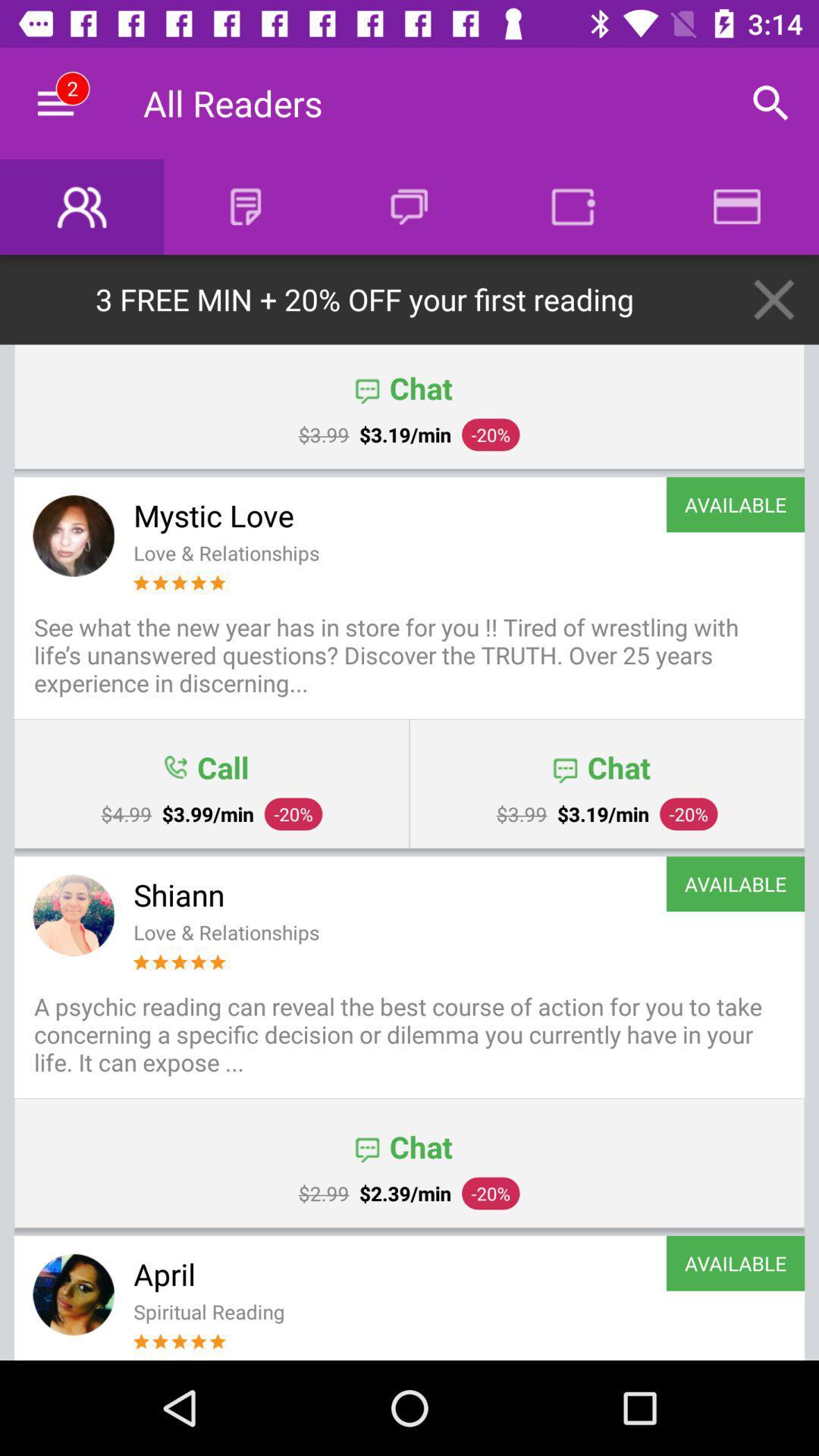 The width and height of the screenshot is (819, 1456). What do you see at coordinates (773, 300) in the screenshot?
I see `the close icon` at bounding box center [773, 300].